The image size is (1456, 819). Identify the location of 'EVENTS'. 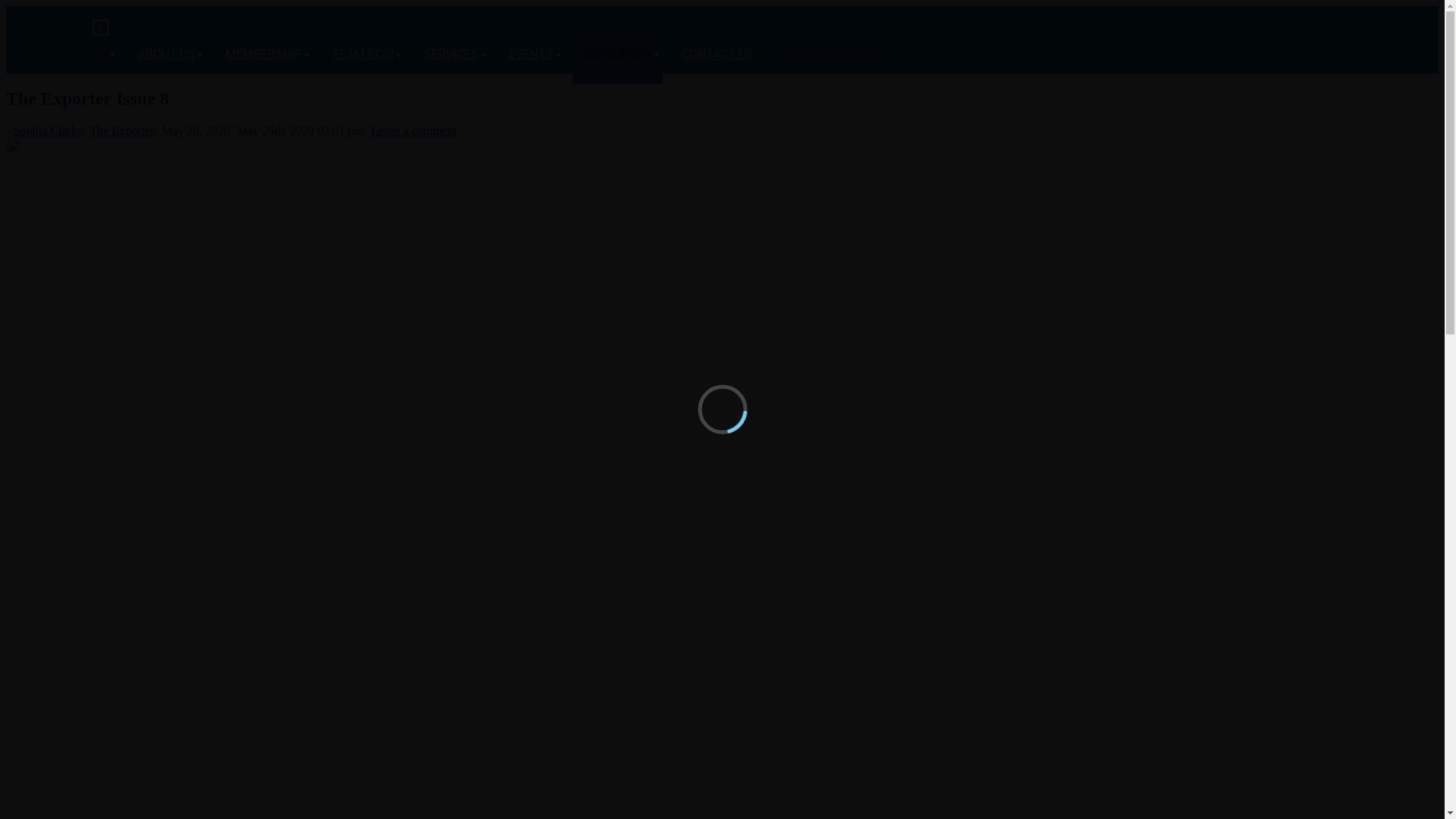
(531, 52).